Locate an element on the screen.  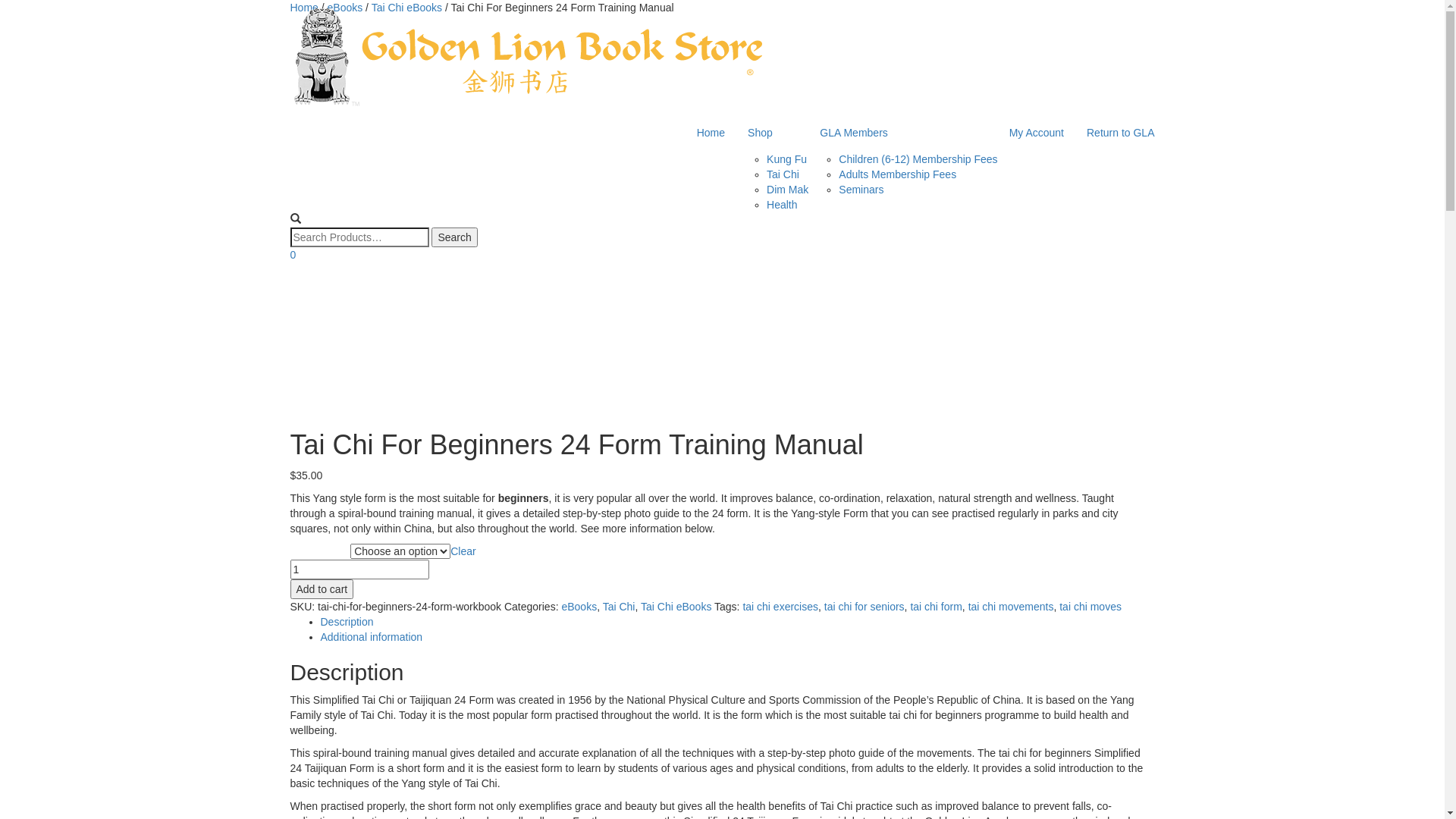
'tai chi form' is located at coordinates (910, 605).